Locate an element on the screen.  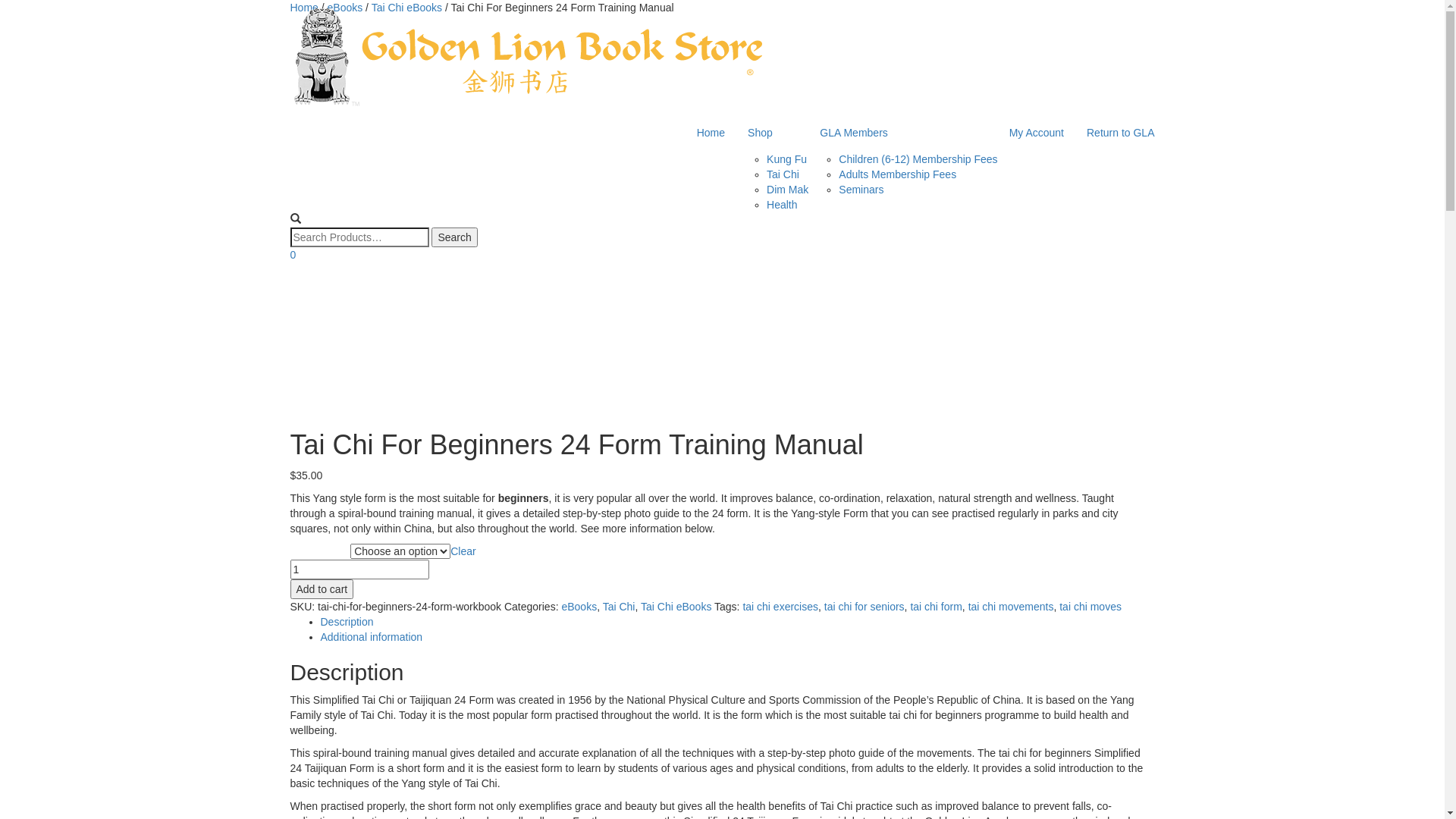
'tai chi form' is located at coordinates (910, 605).